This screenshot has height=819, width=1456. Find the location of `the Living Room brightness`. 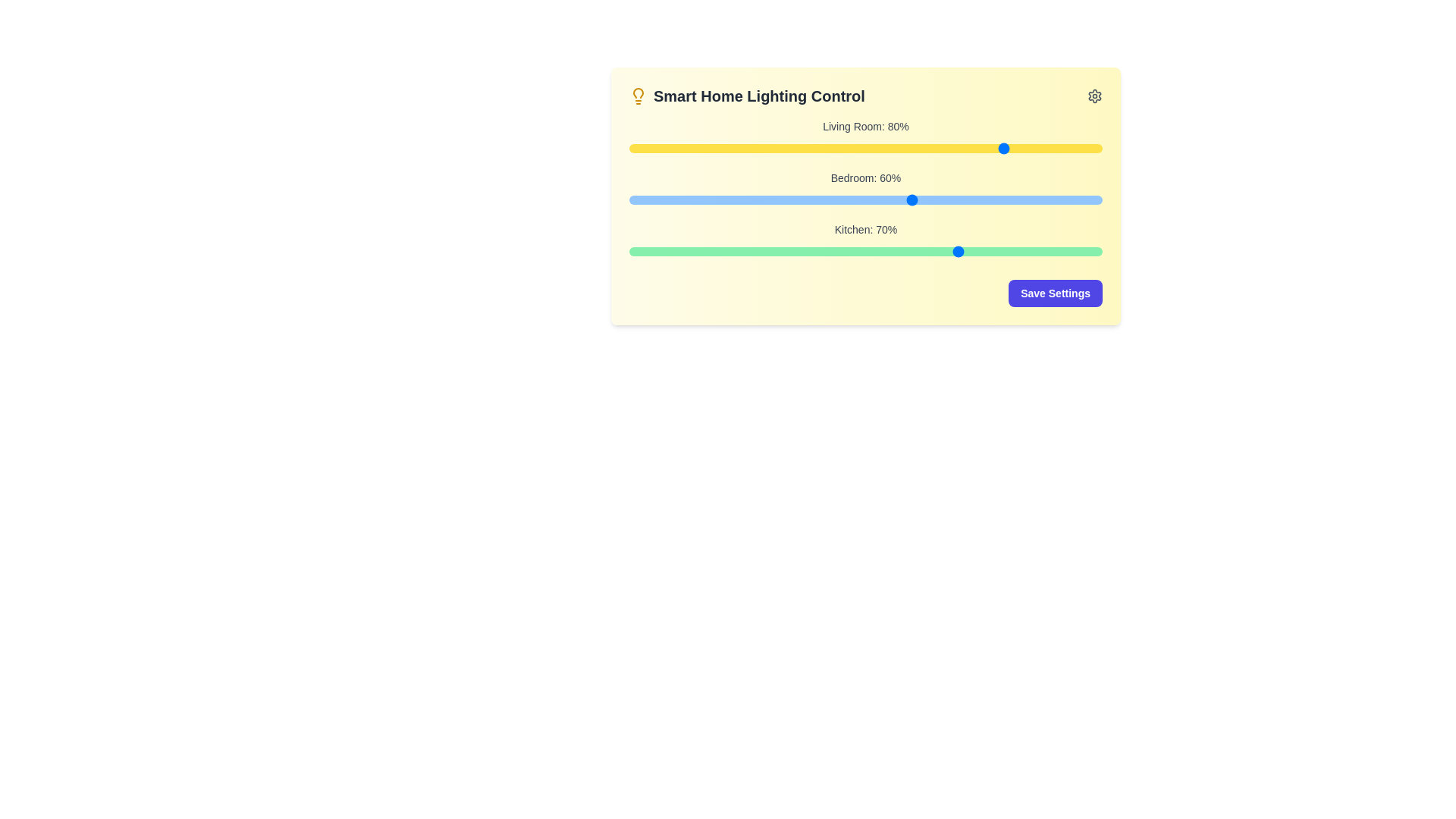

the Living Room brightness is located at coordinates (1017, 149).